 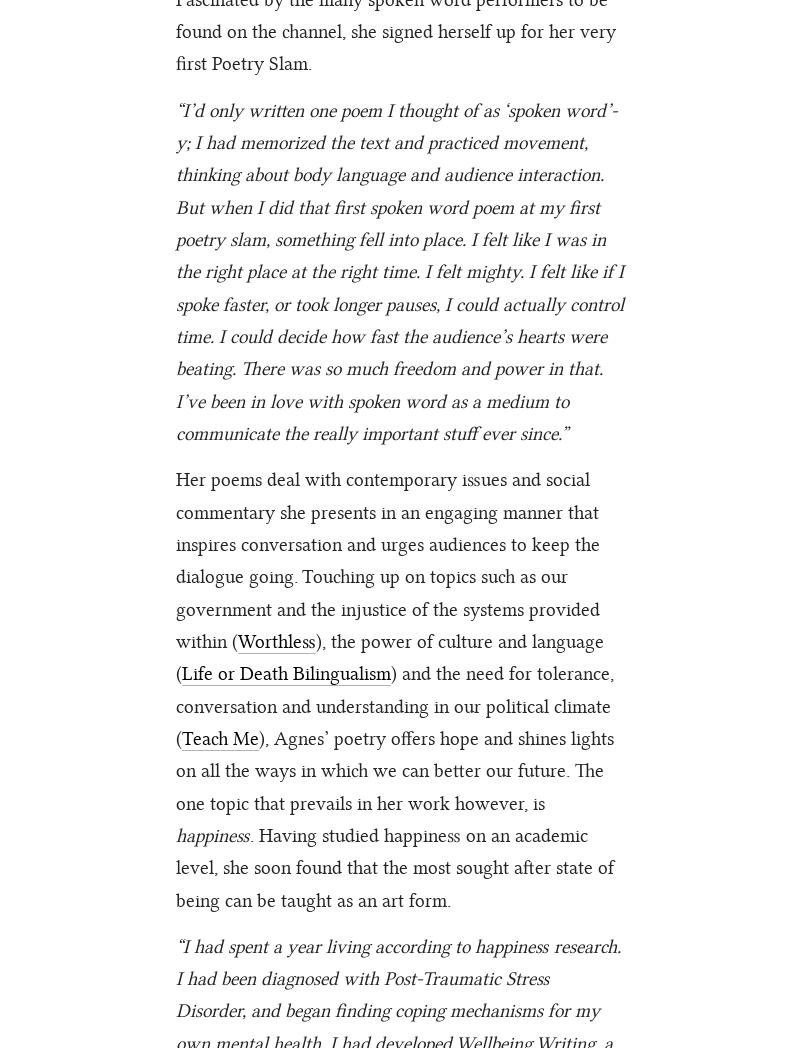 What do you see at coordinates (389, 656) in the screenshot?
I see `'), the power of culture and language ('` at bounding box center [389, 656].